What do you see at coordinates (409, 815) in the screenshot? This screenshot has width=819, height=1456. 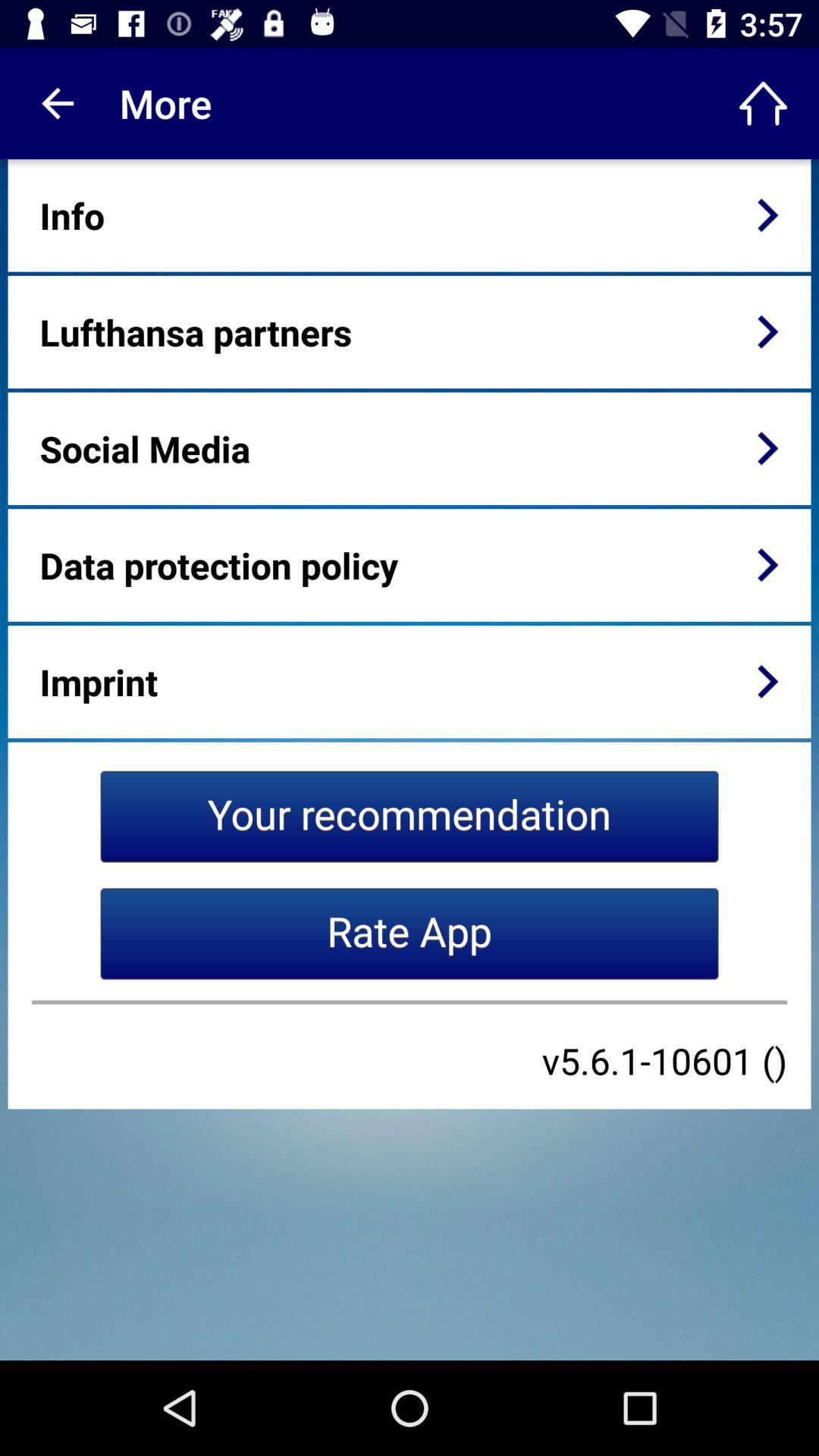 I see `item above the rate app icon` at bounding box center [409, 815].